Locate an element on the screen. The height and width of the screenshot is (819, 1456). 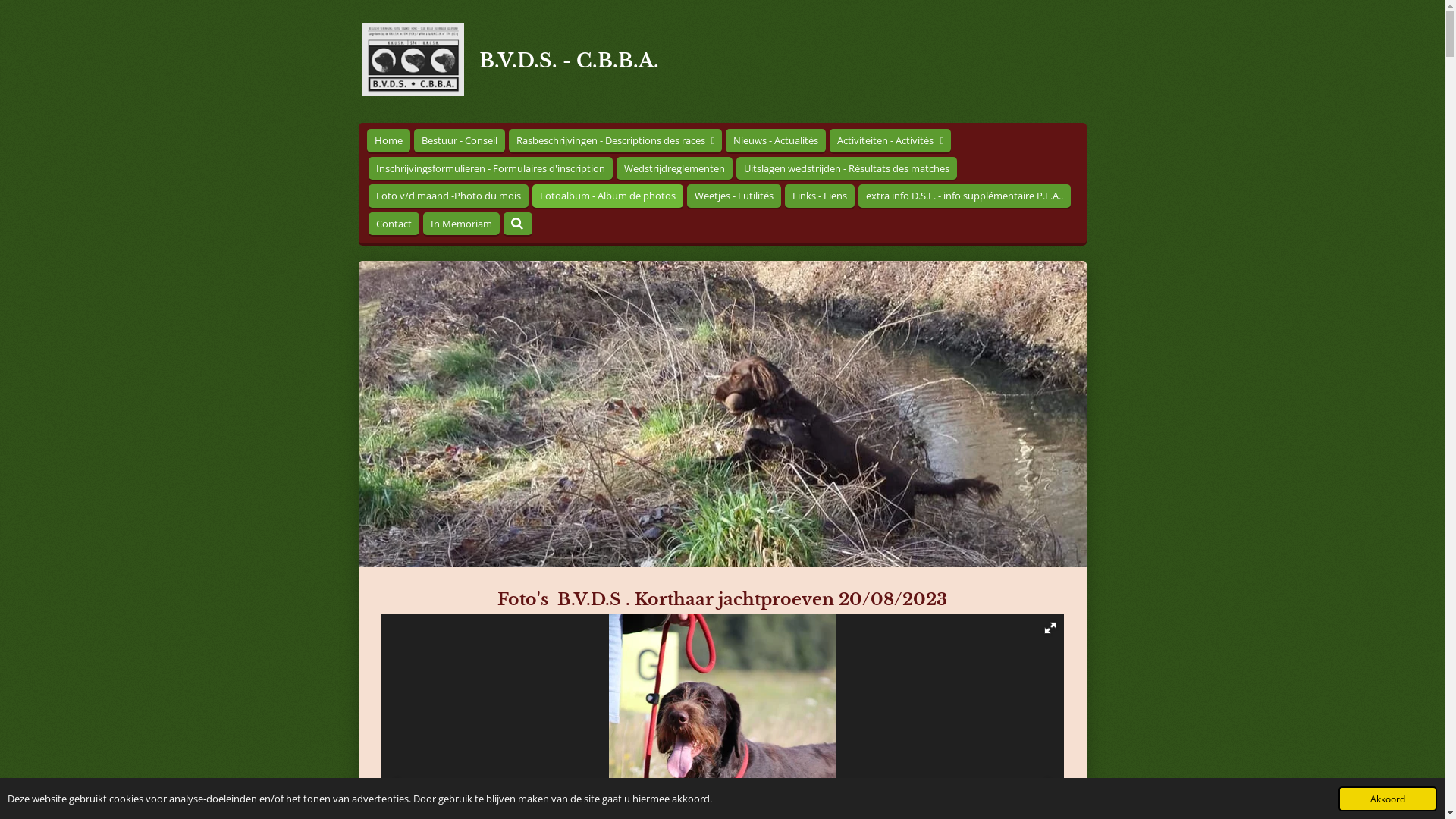
'Akkoord' is located at coordinates (1387, 798).